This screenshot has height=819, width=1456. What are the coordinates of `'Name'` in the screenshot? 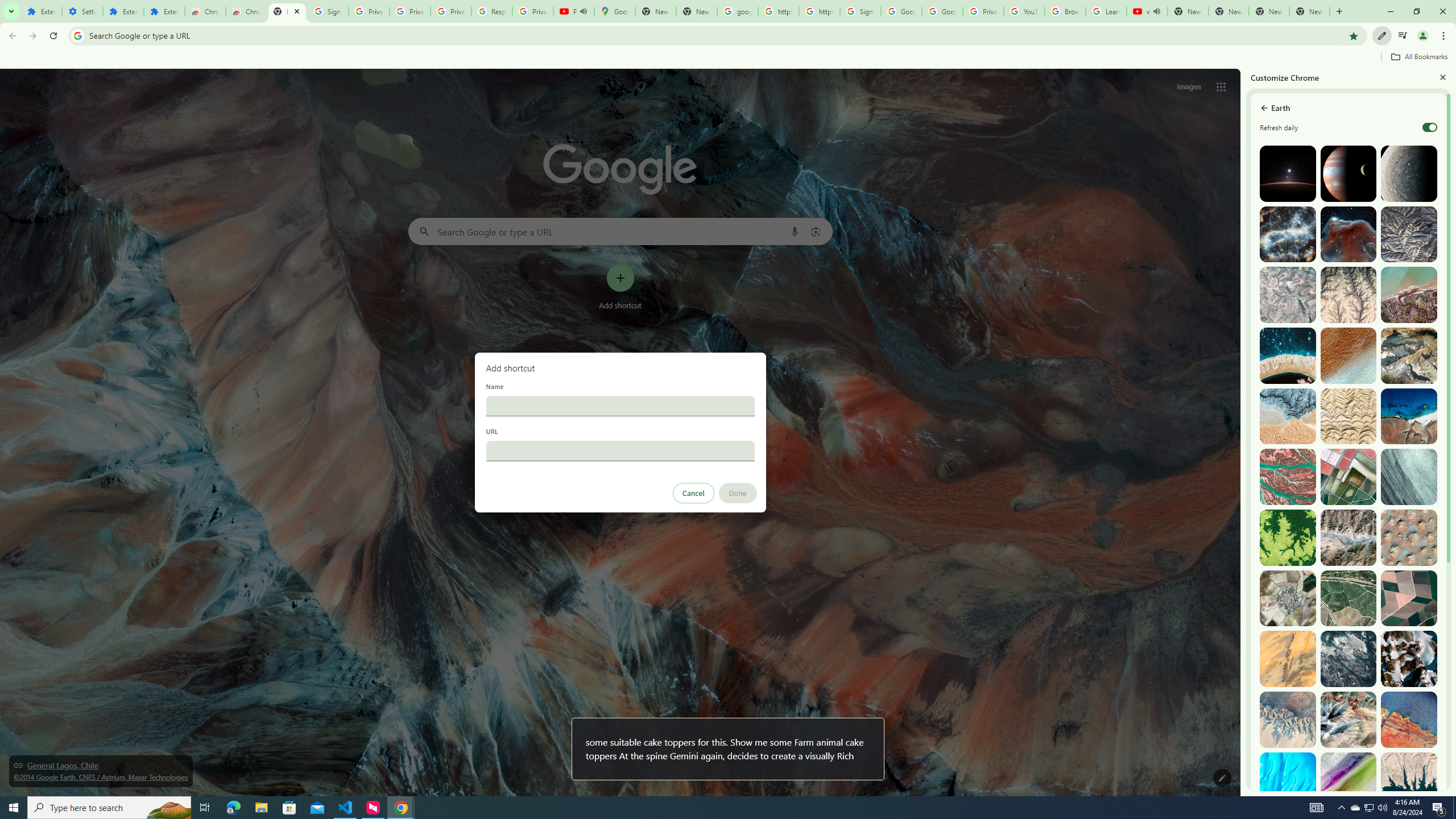 It's located at (619, 405).